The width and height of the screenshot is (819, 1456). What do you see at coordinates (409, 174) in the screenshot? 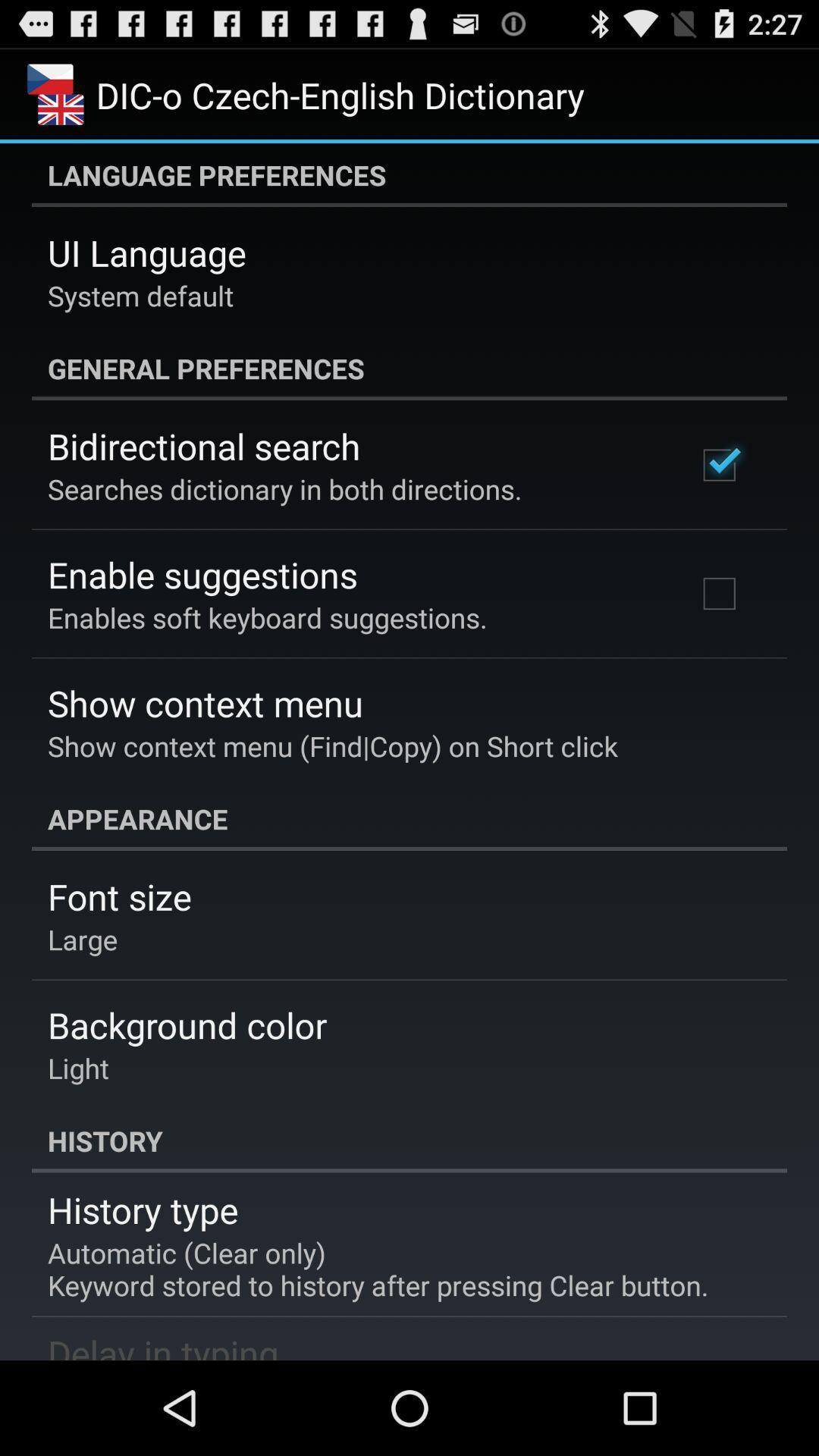
I see `app above ui language icon` at bounding box center [409, 174].